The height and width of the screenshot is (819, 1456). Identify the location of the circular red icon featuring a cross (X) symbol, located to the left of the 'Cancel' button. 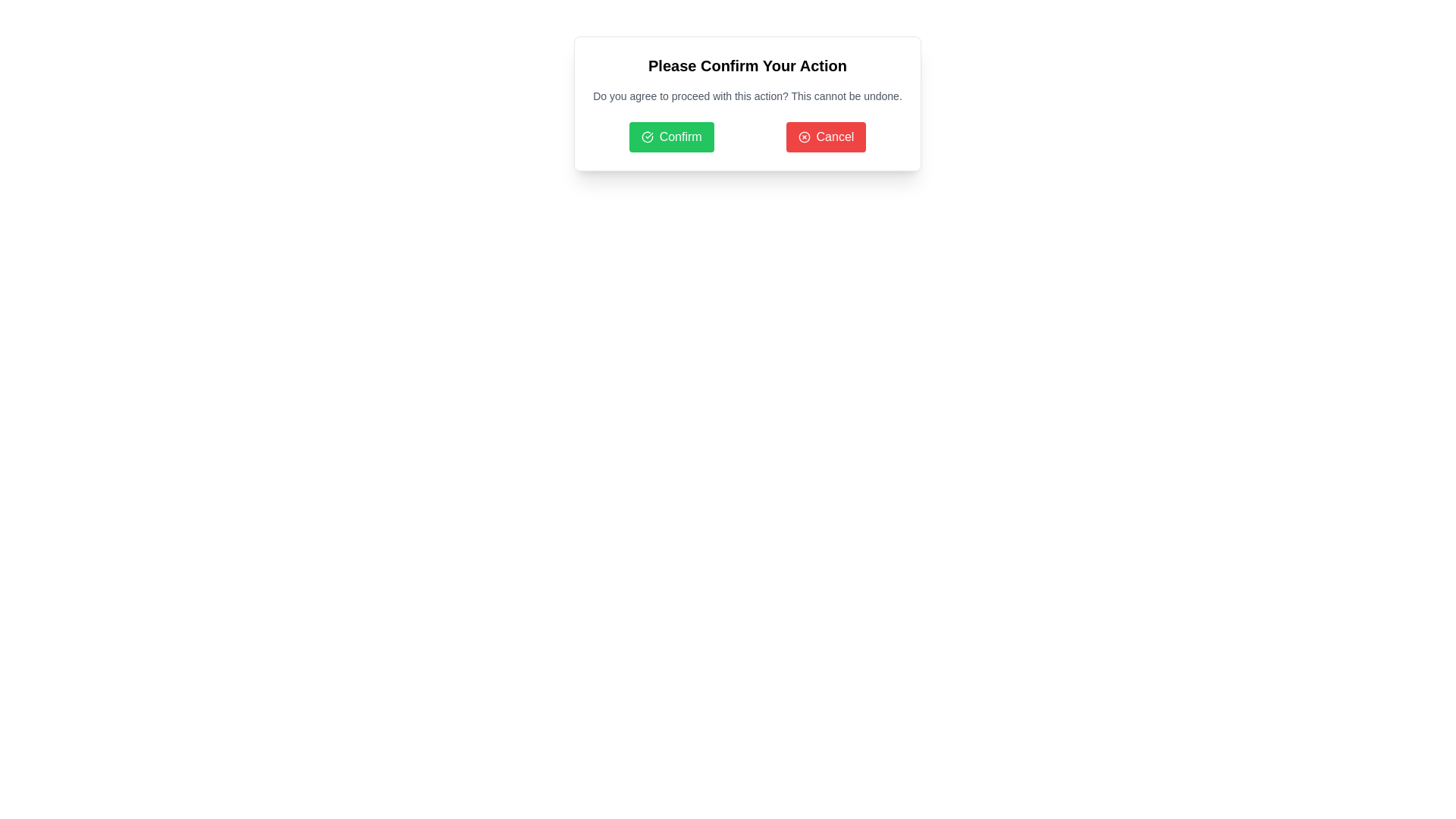
(803, 137).